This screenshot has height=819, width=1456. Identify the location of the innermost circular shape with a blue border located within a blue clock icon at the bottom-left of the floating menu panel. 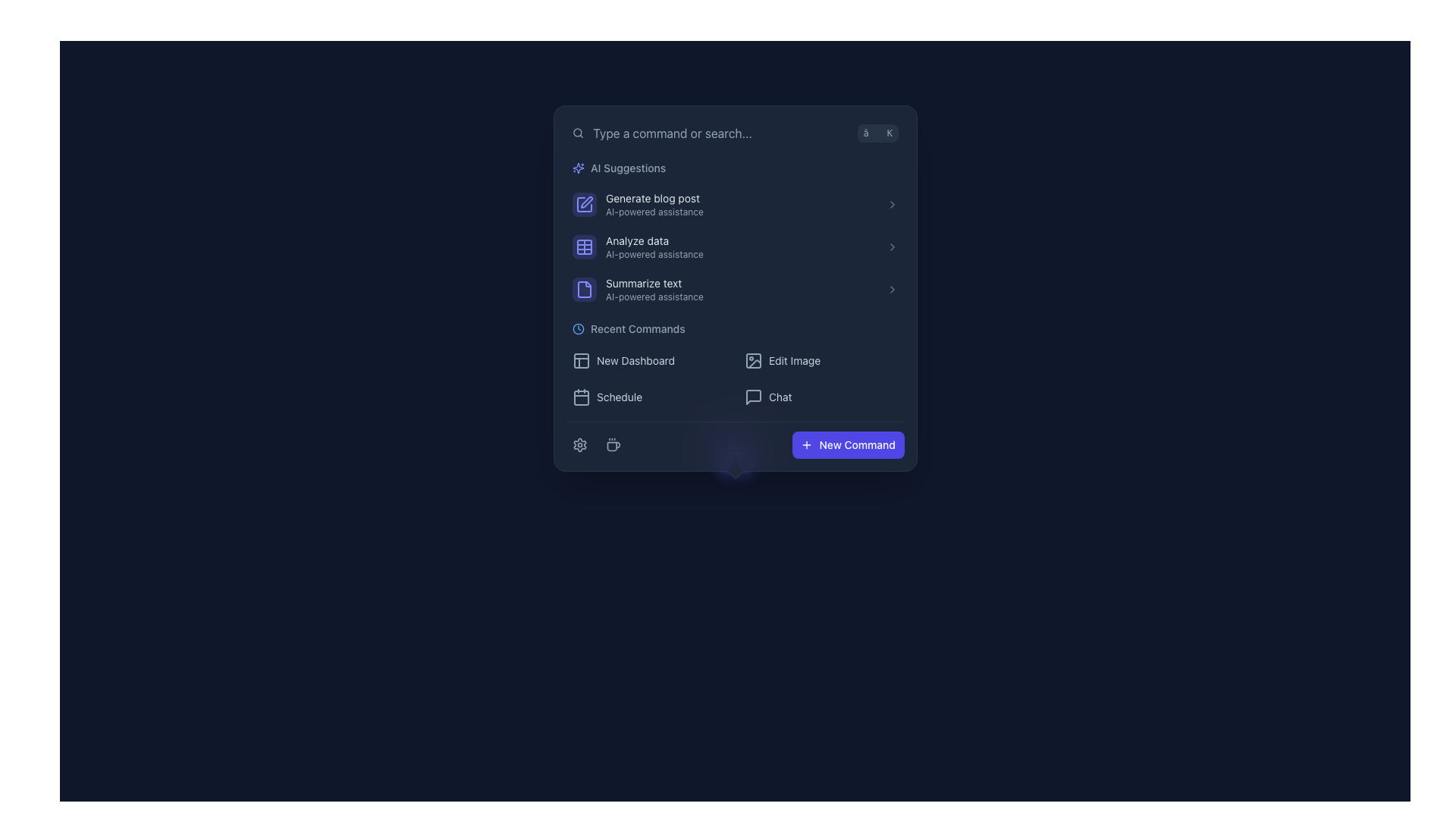
(577, 328).